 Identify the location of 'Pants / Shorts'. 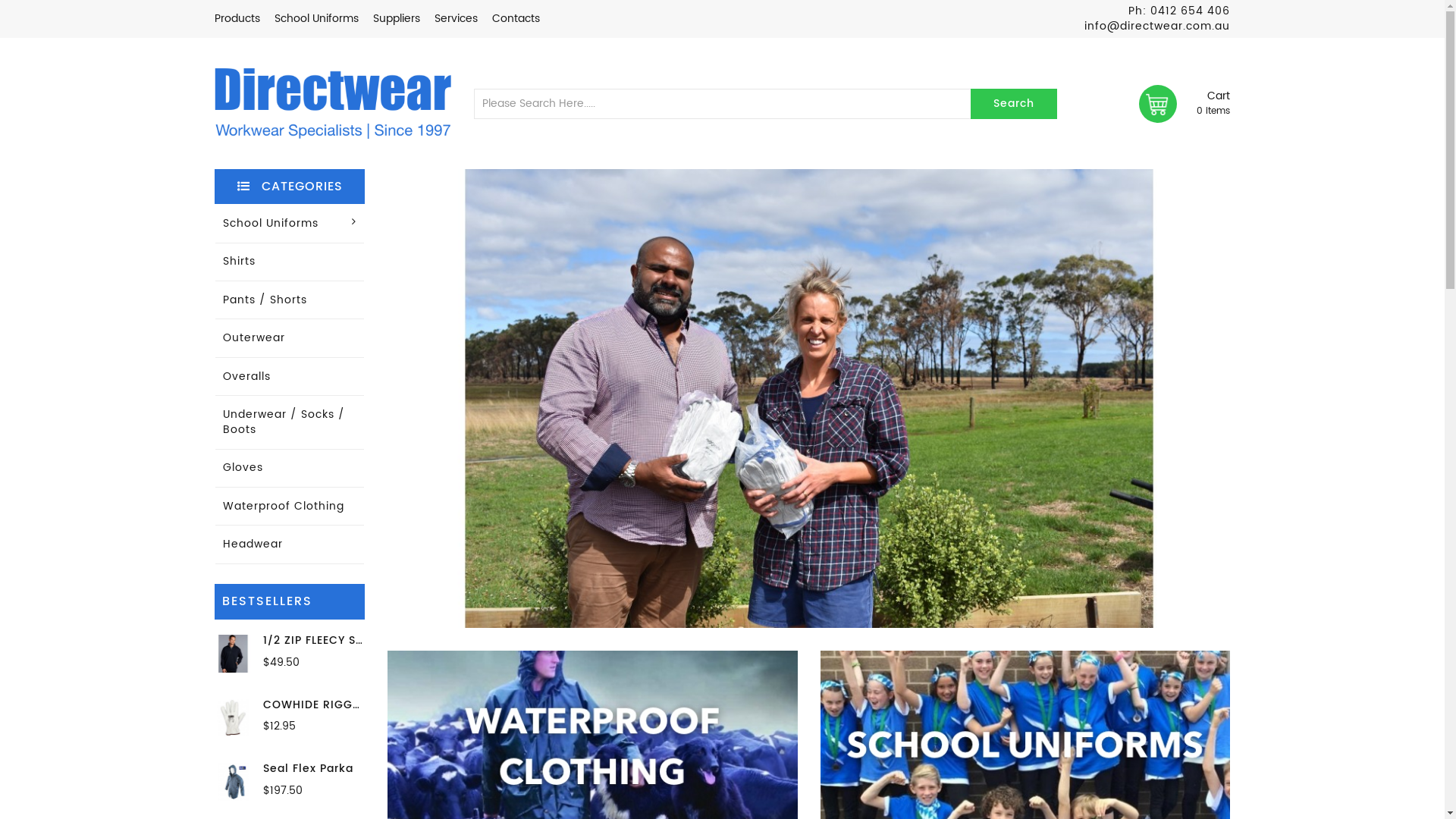
(290, 300).